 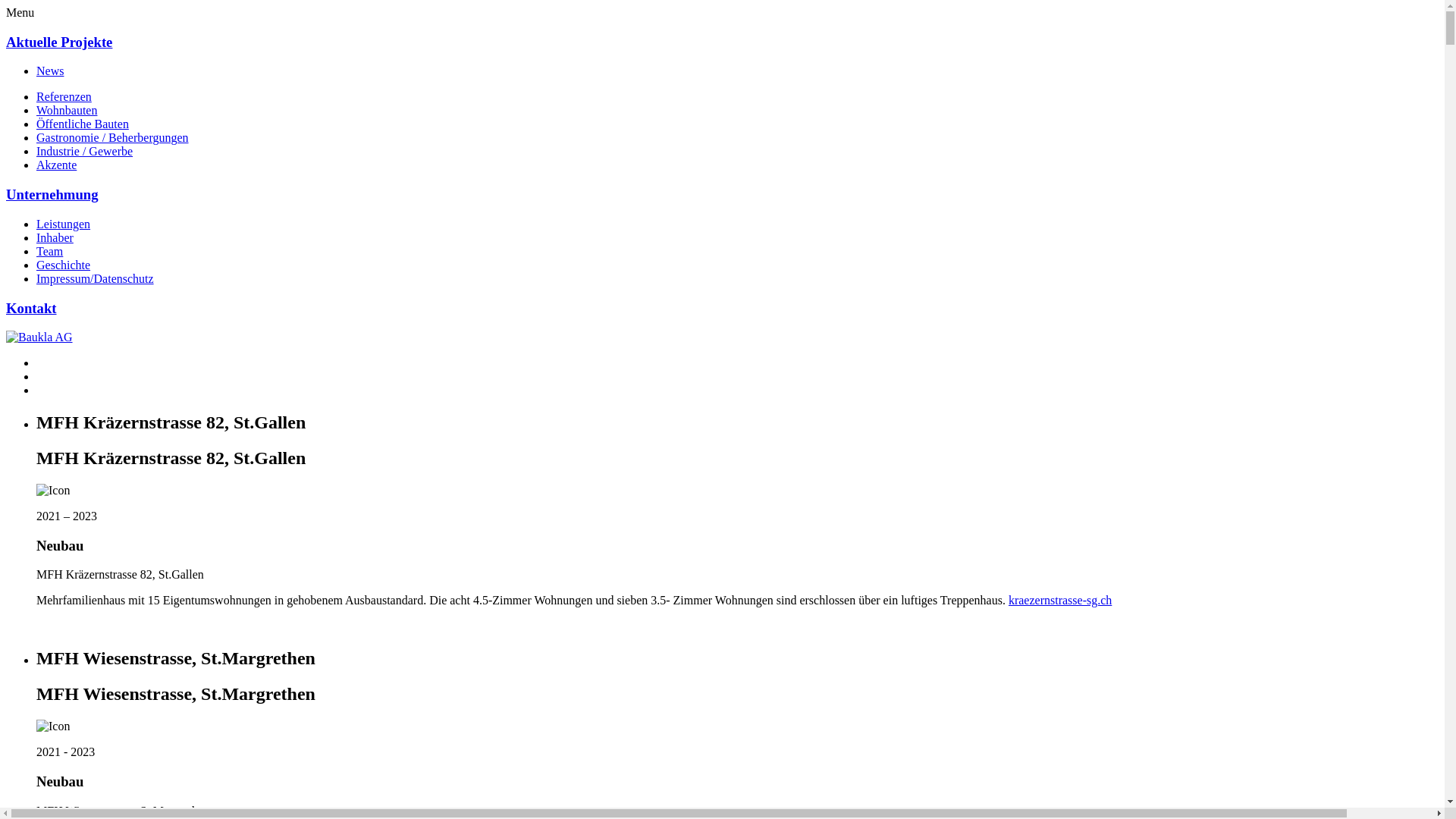 What do you see at coordinates (31, 307) in the screenshot?
I see `'Kontakt'` at bounding box center [31, 307].